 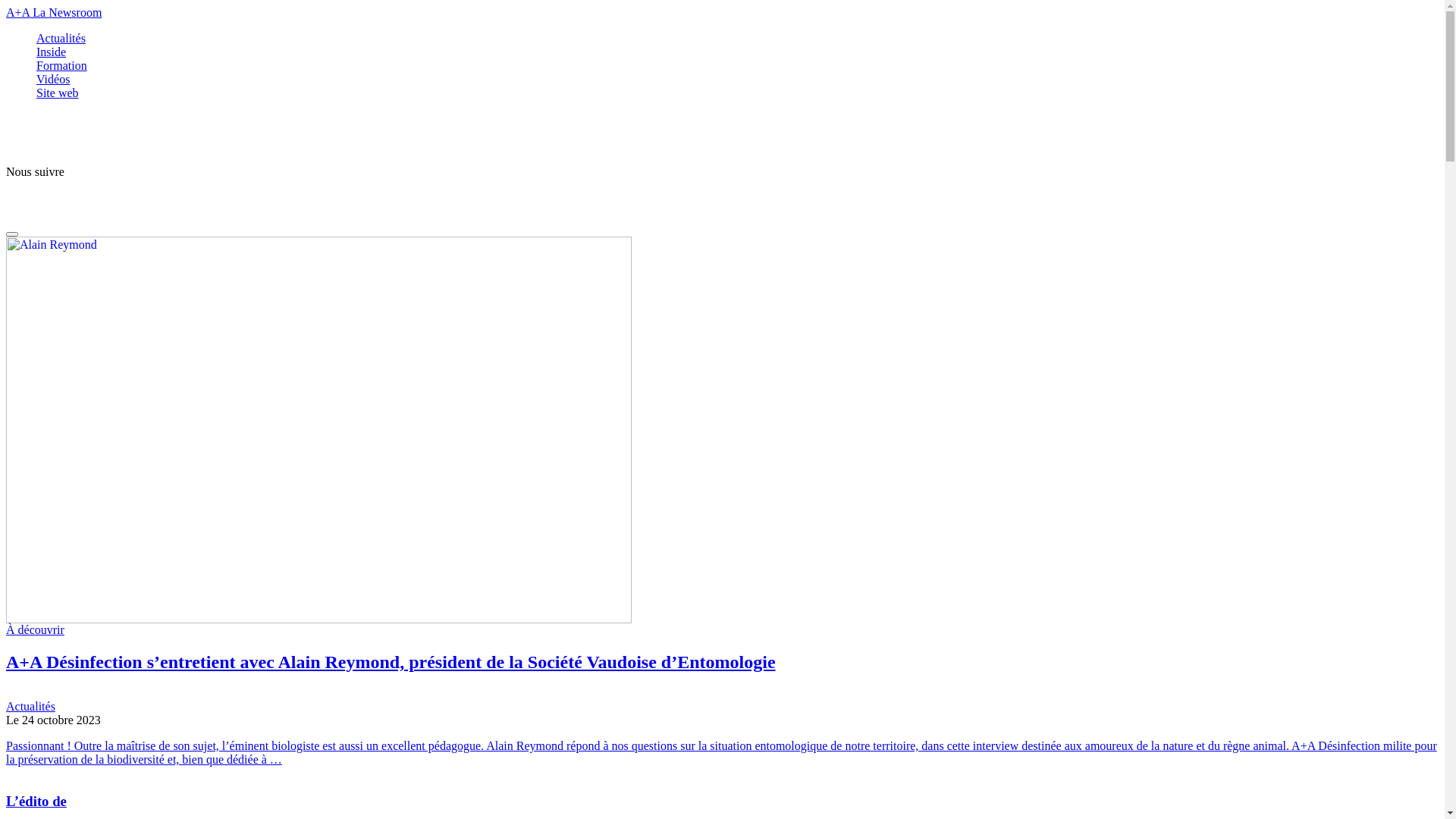 I want to click on 'A+A La Newsroom', so click(x=6, y=12).